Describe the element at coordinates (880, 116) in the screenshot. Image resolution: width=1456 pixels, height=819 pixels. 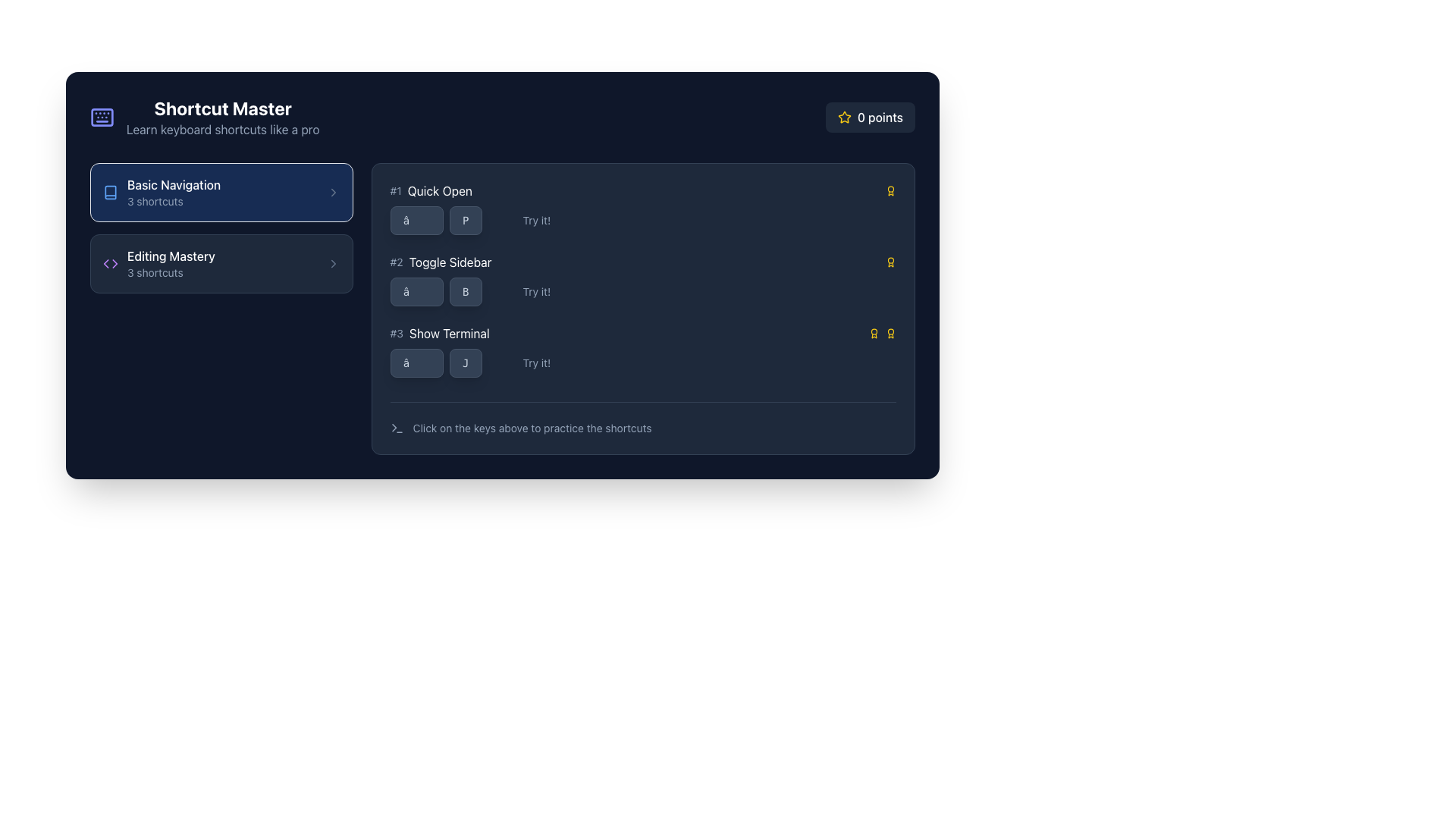
I see `the text label displaying '0 points' which is positioned in the top-right corner of a dark-colored card-like section, to the immediate right of a yellow star icon` at that location.